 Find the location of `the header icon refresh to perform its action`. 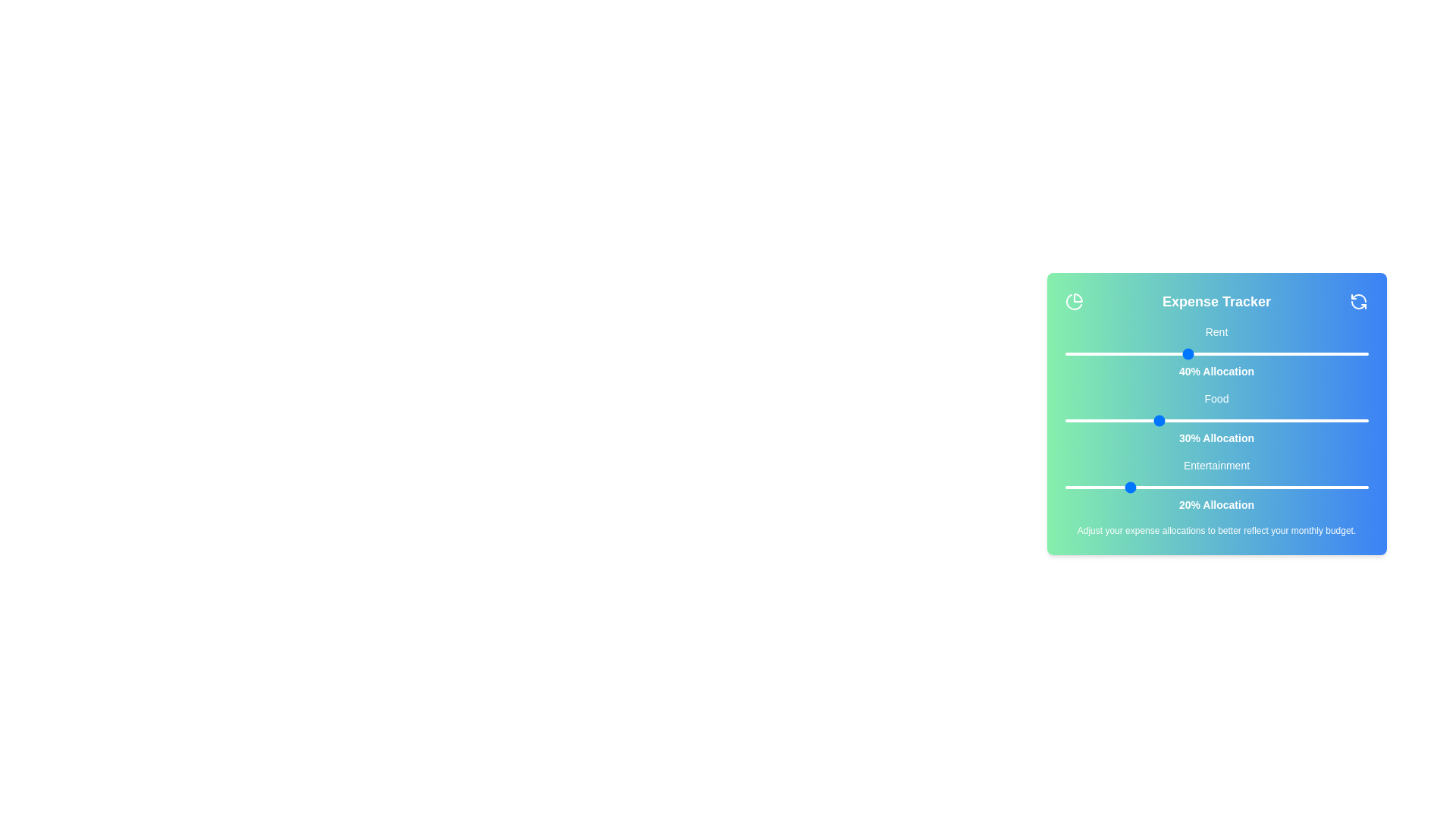

the header icon refresh to perform its action is located at coordinates (1359, 301).